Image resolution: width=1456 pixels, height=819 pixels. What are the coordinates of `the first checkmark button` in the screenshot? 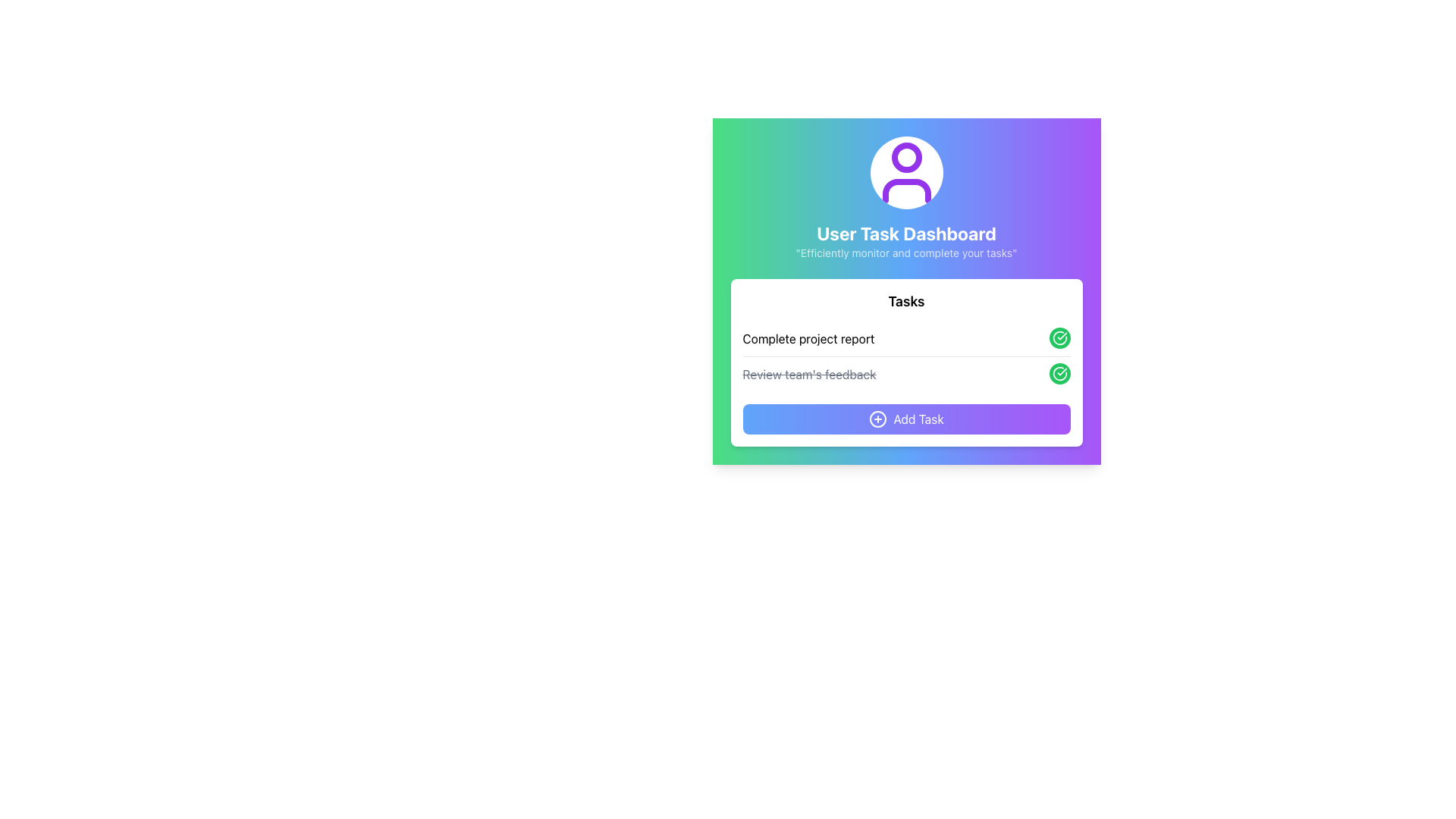 It's located at (1059, 338).